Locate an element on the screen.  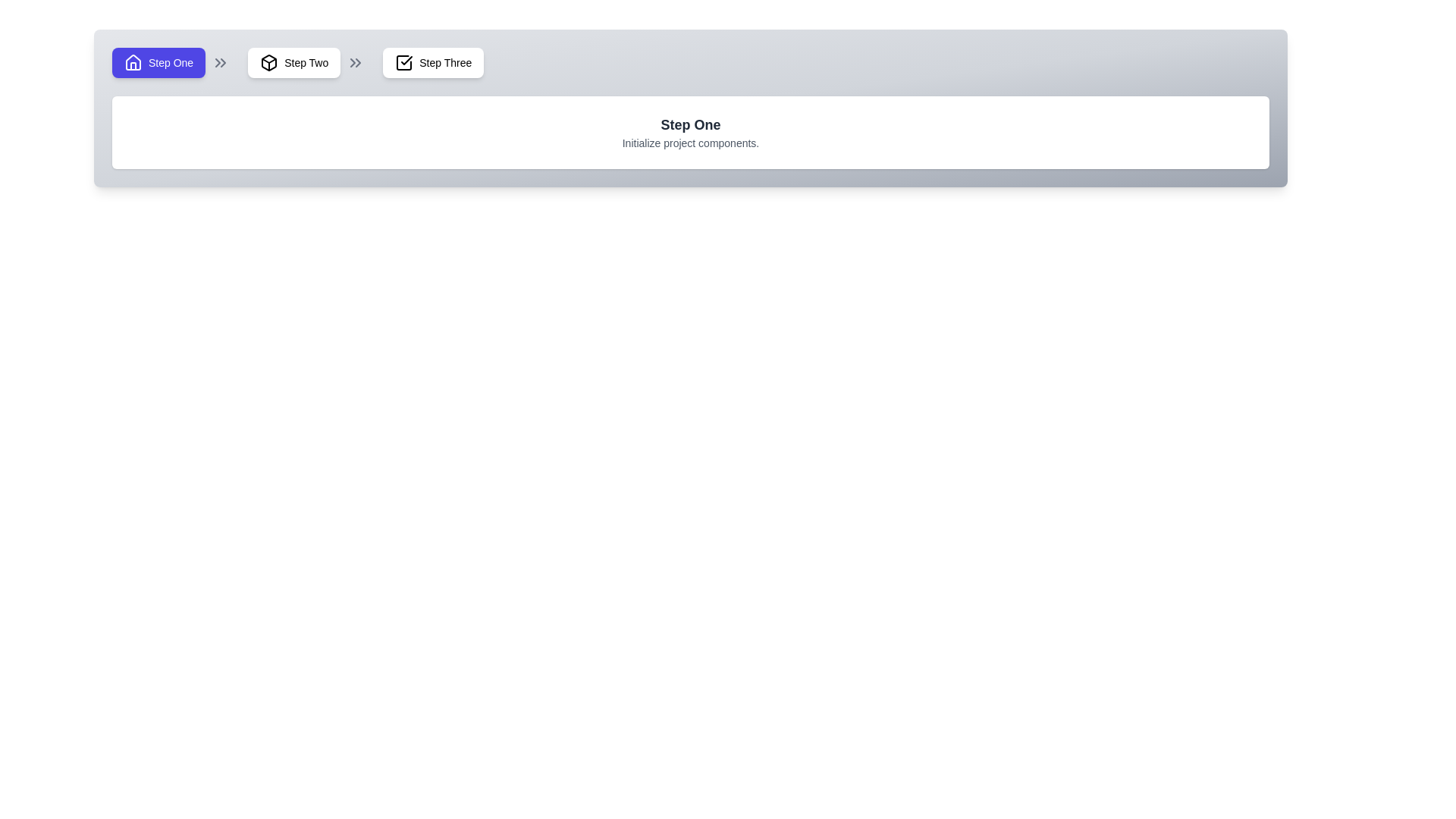
the active 'Step Three' button in the navigation bar, which indicates the current step in the process is located at coordinates (432, 62).